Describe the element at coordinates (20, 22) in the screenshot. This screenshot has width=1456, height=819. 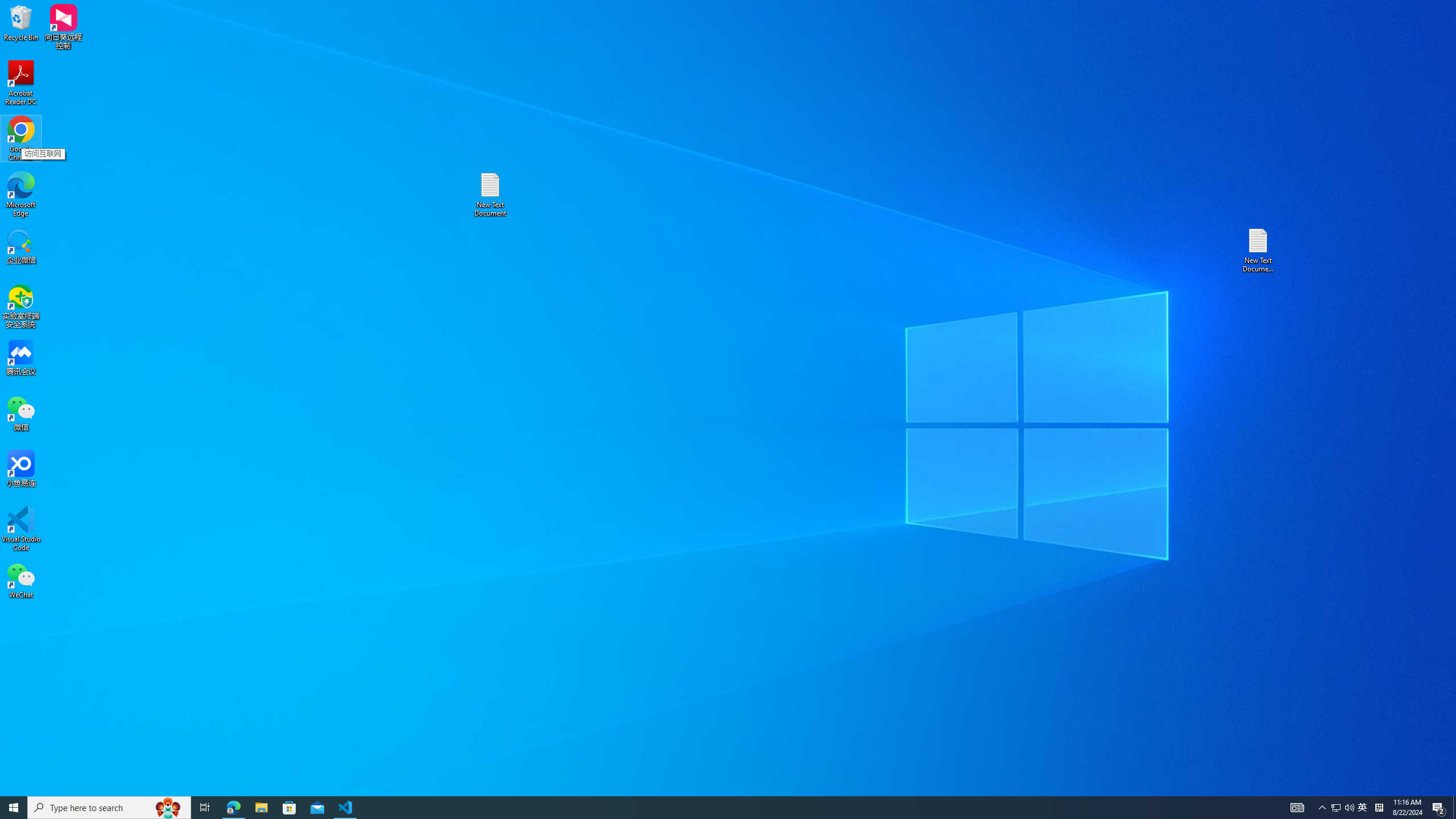
I see `'Recycle Bin'` at that location.